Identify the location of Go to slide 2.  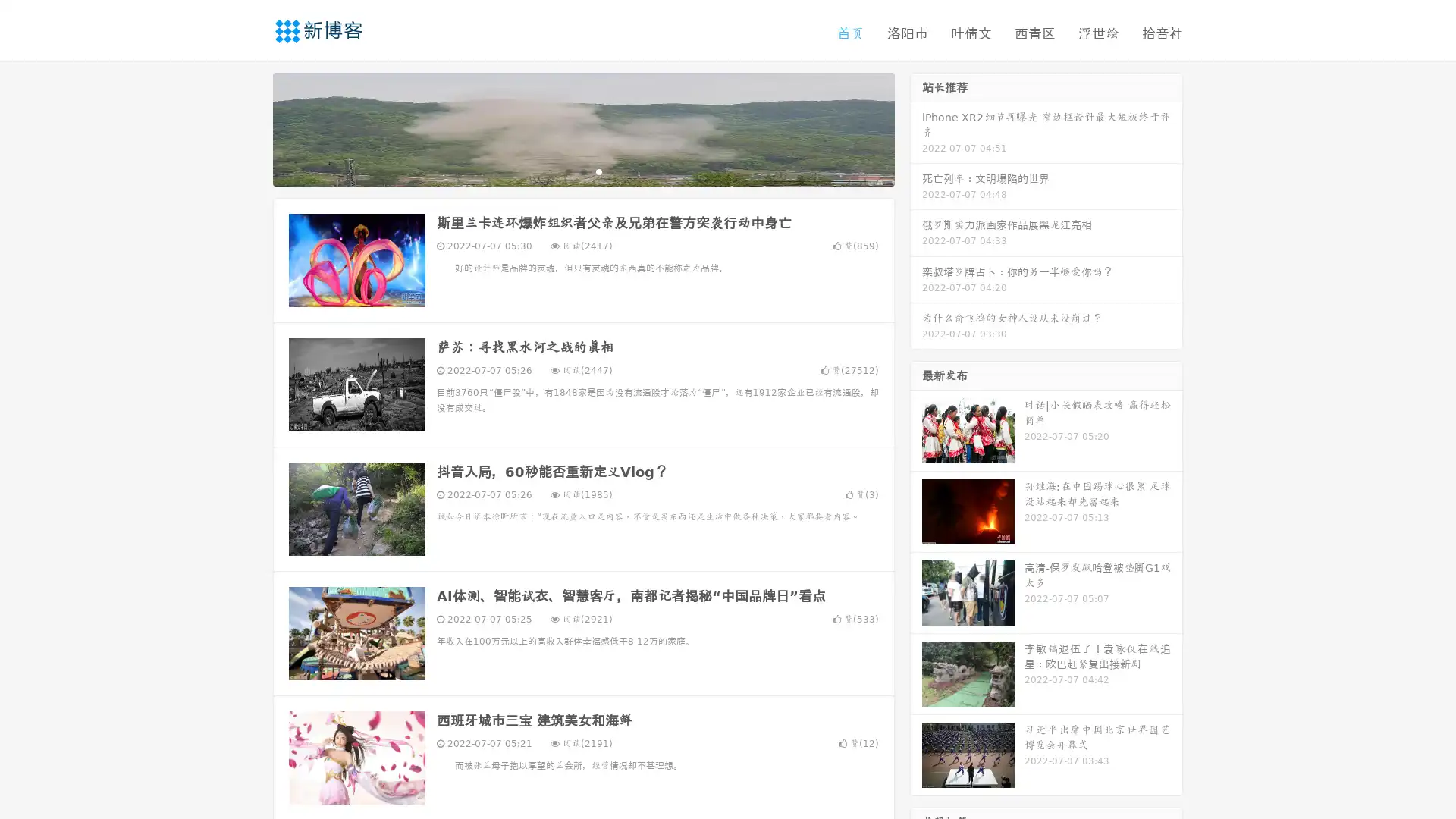
(582, 171).